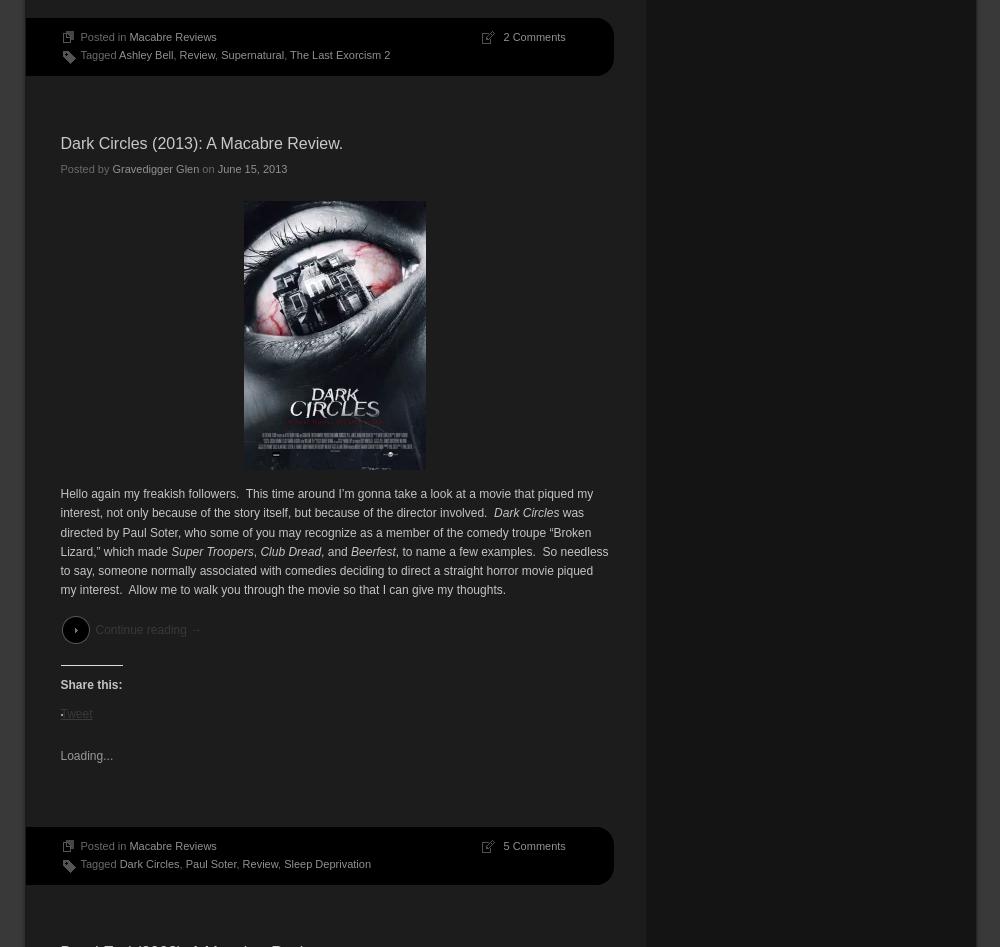 This screenshot has width=1000, height=947. Describe the element at coordinates (142, 630) in the screenshot. I see `'Continue reading'` at that location.